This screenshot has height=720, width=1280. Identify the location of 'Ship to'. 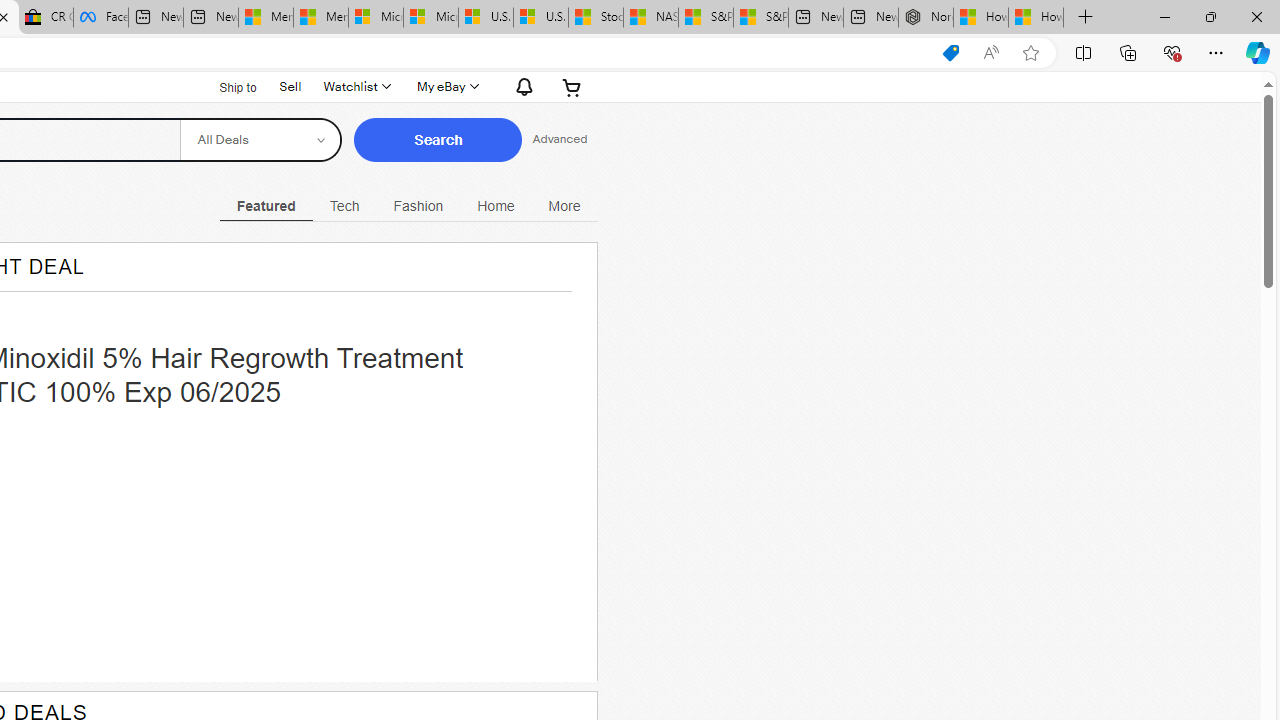
(225, 86).